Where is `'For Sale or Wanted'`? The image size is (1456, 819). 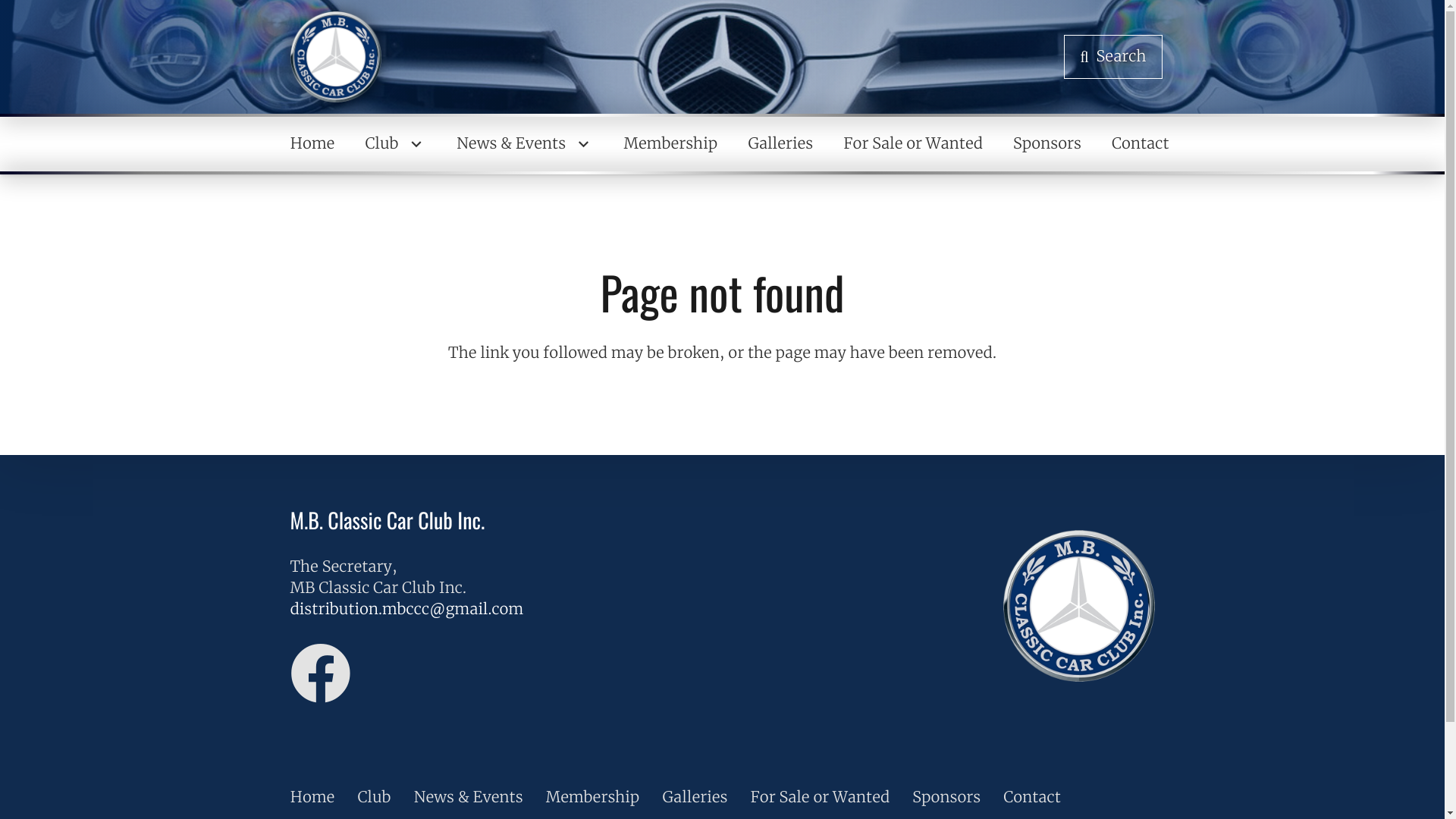
'For Sale or Wanted' is located at coordinates (912, 143).